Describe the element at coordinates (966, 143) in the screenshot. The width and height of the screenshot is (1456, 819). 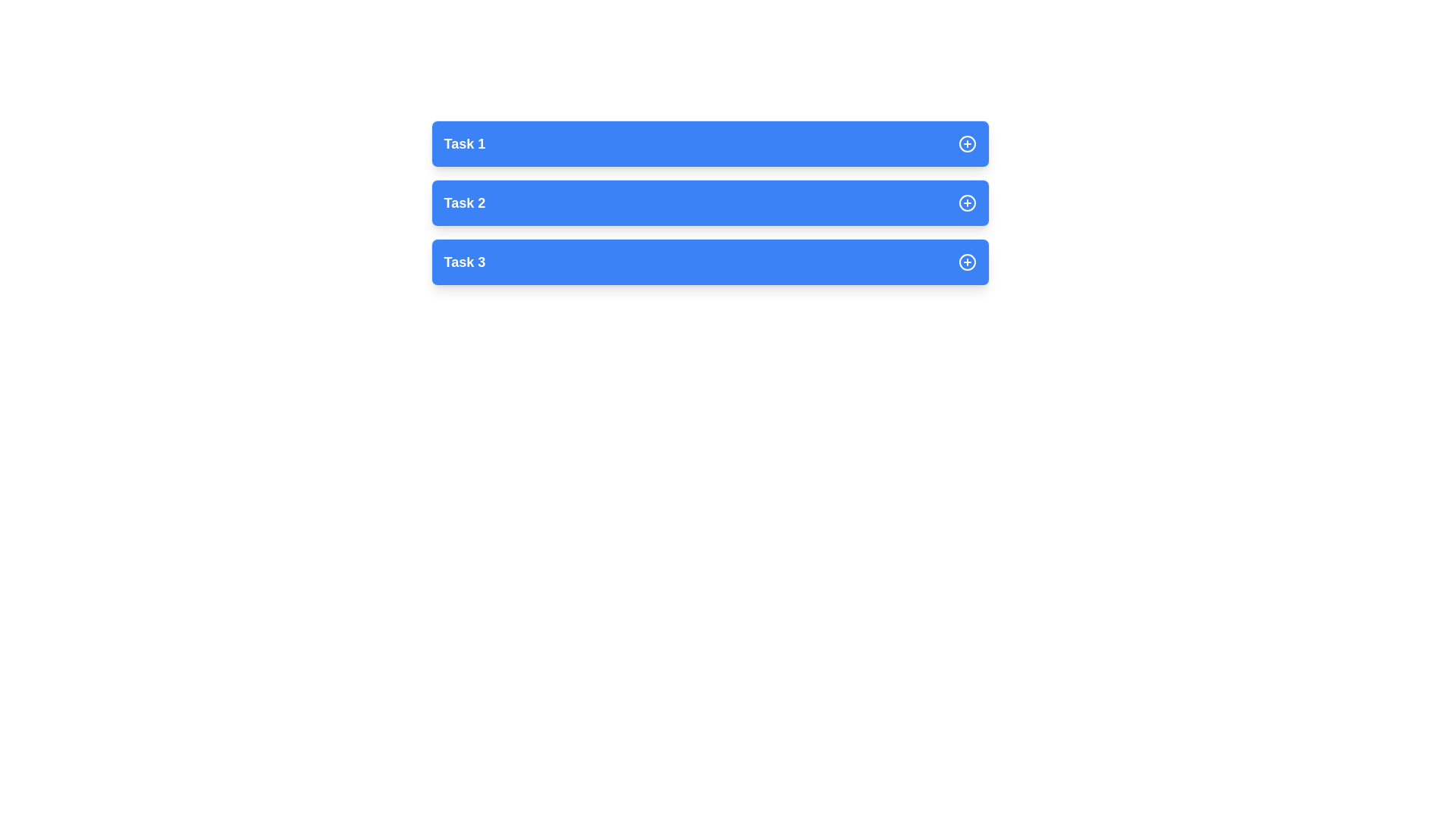
I see `the circular plus icon button located at the far right end of the first row labeled 'Task 1'` at that location.